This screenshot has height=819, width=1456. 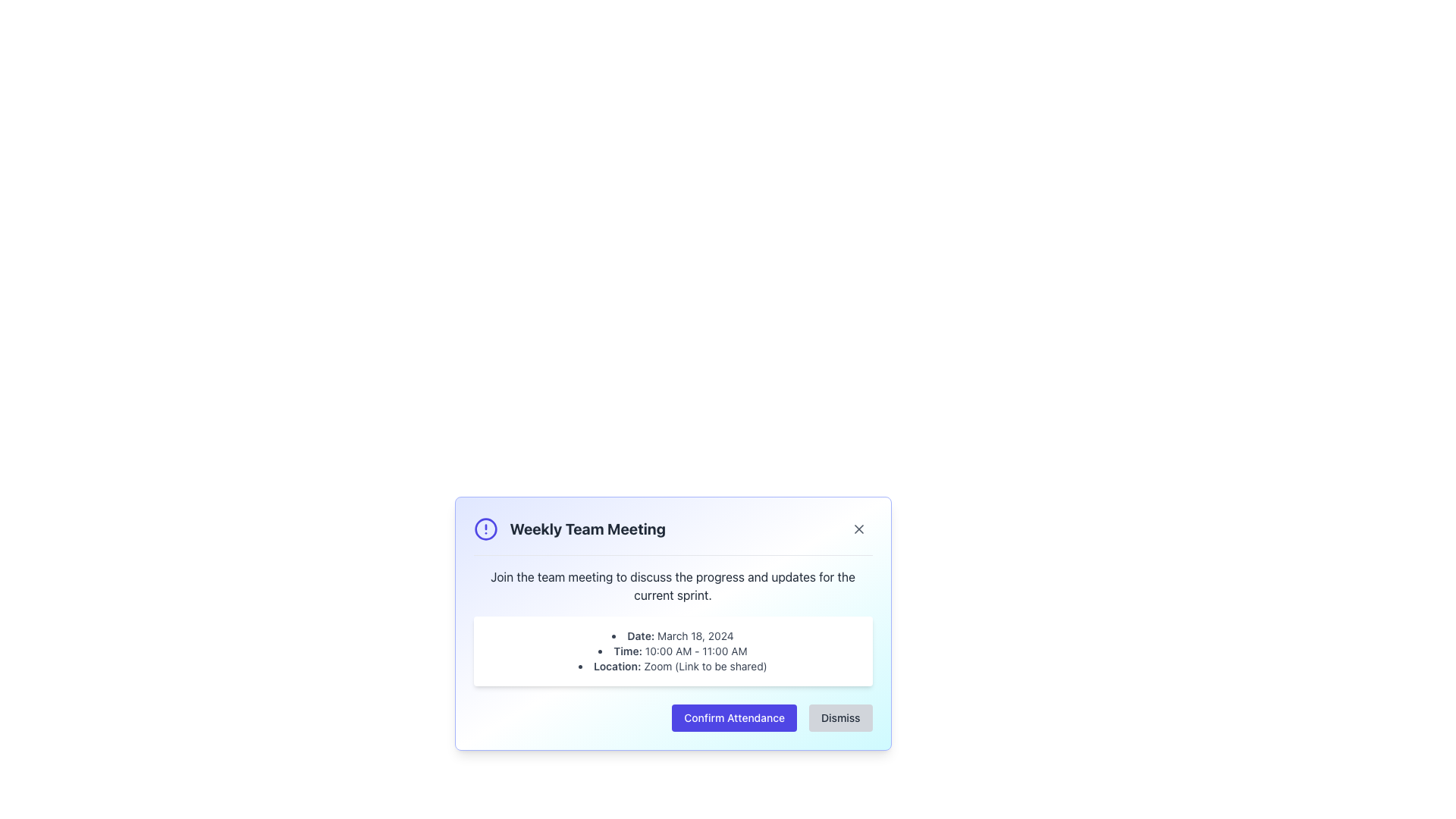 What do you see at coordinates (617, 665) in the screenshot?
I see `the bold text label 'Location:' within the meeting details section of the dialog box, which indicates the location information for the meeting` at bounding box center [617, 665].